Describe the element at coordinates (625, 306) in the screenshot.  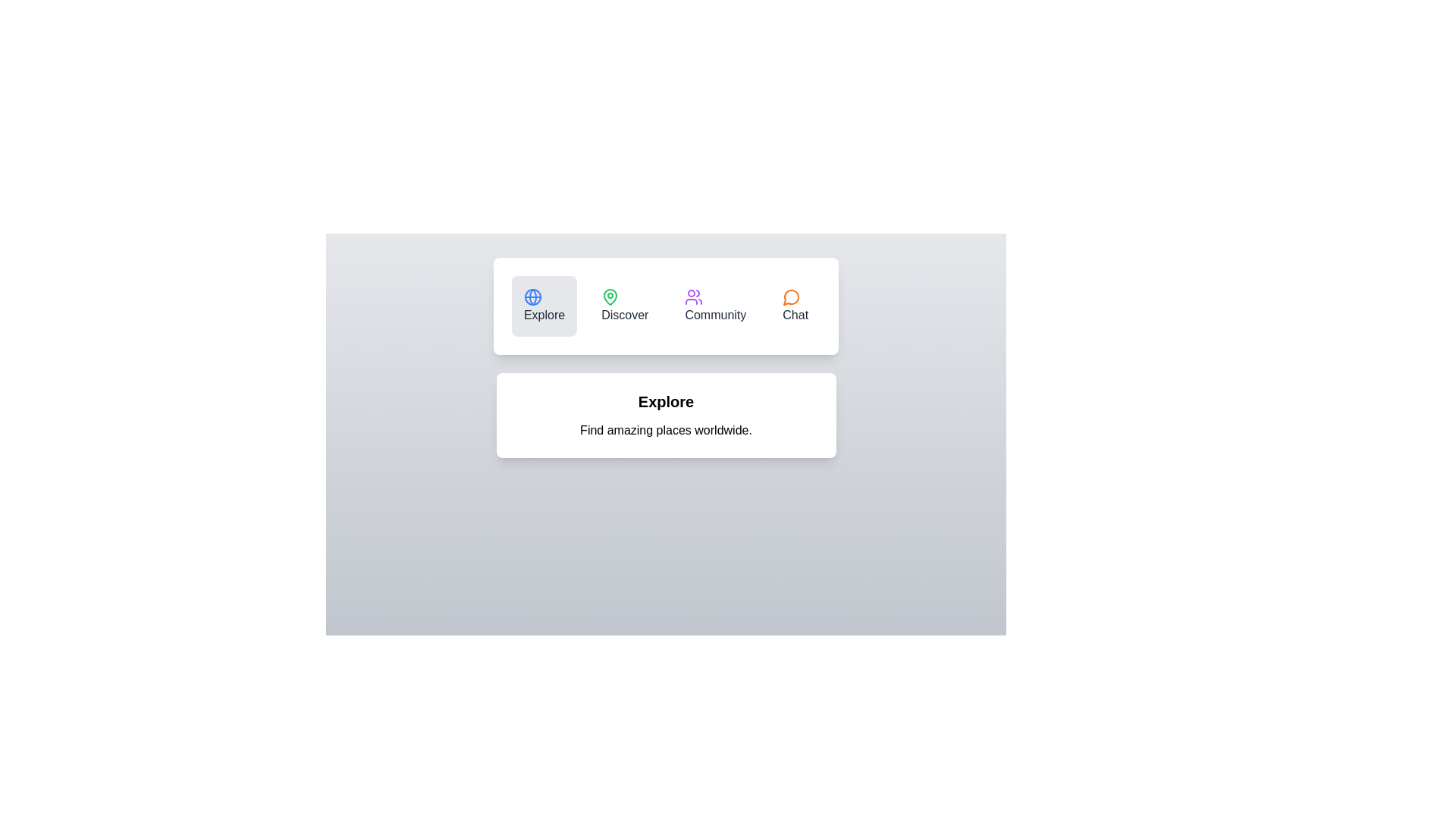
I see `the tab with label Discover to observe its hover effect` at that location.